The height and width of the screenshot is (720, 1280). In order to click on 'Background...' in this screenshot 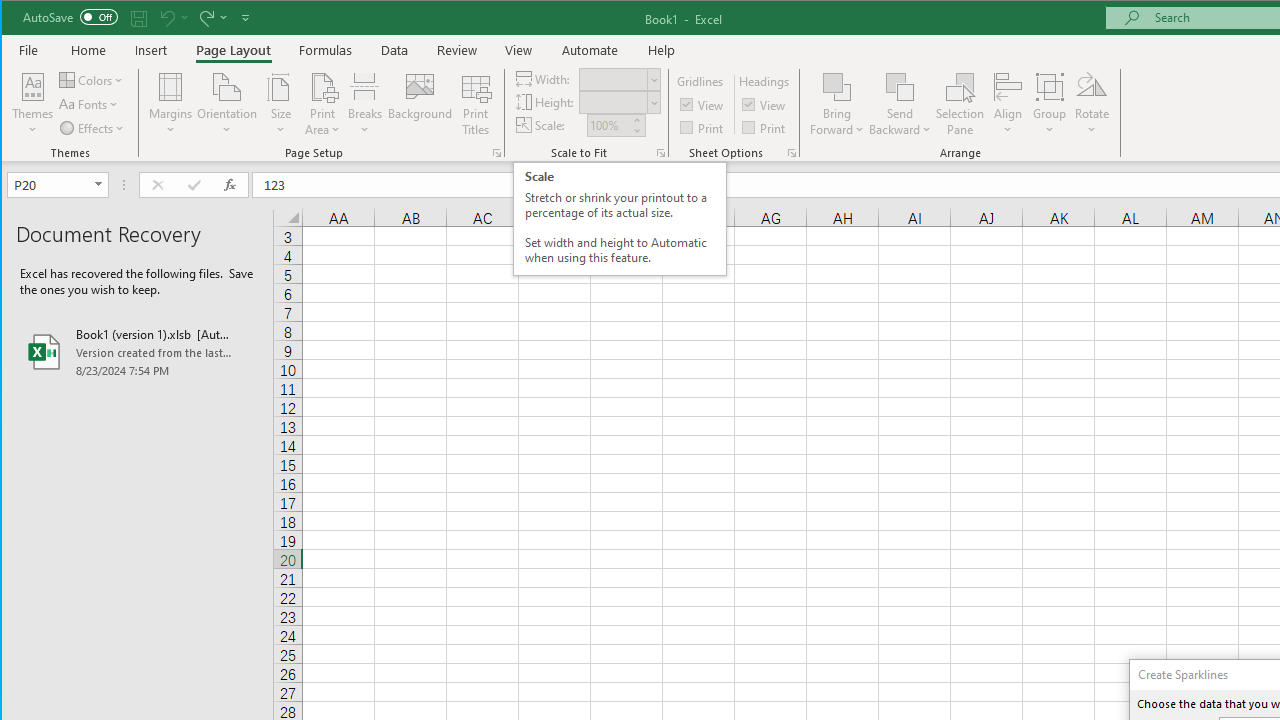, I will do `click(419, 104)`.